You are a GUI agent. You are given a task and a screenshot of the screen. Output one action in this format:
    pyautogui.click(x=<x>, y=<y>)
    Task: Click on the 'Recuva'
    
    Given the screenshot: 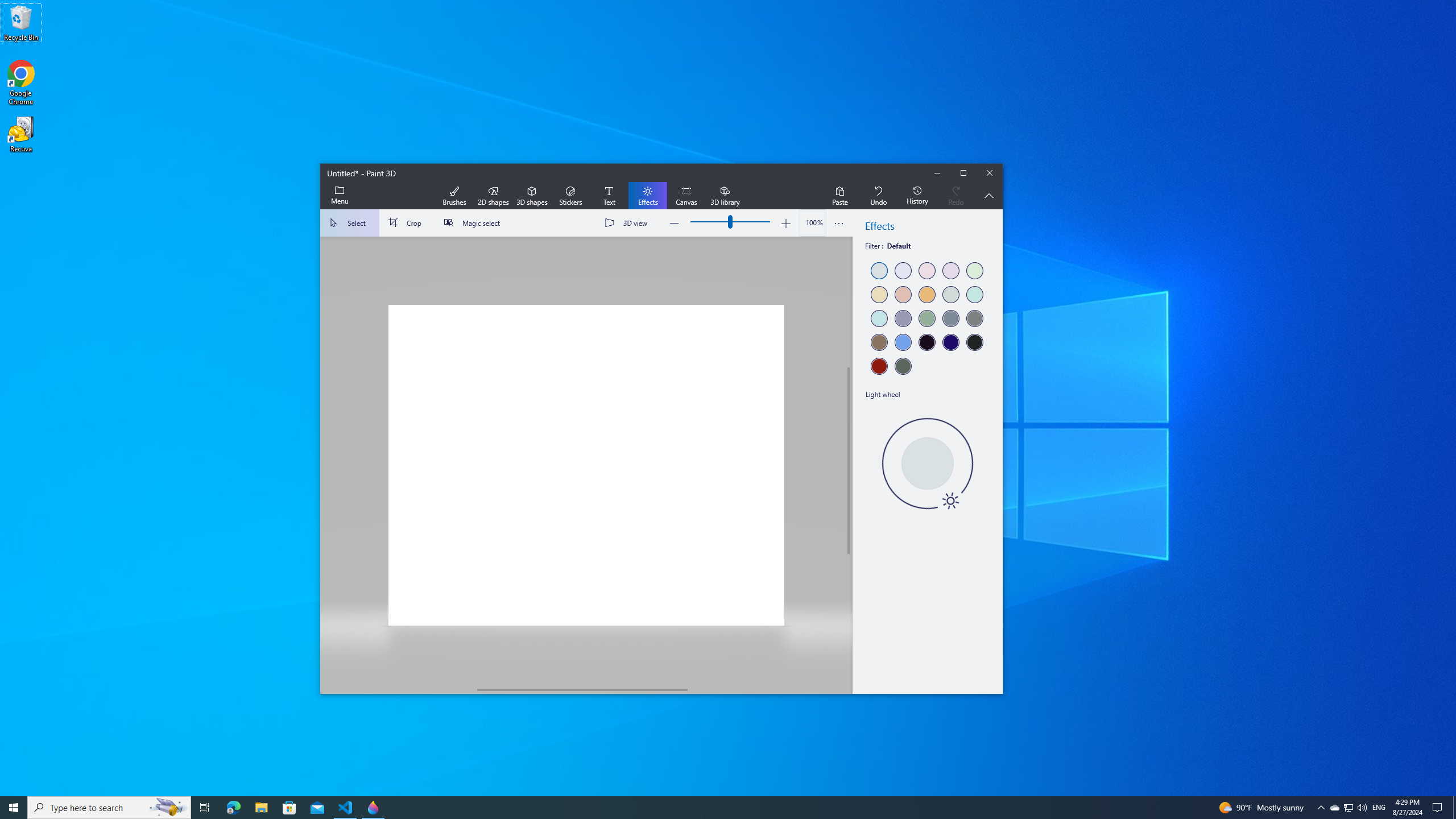 What is the action you would take?
    pyautogui.click(x=20, y=134)
    